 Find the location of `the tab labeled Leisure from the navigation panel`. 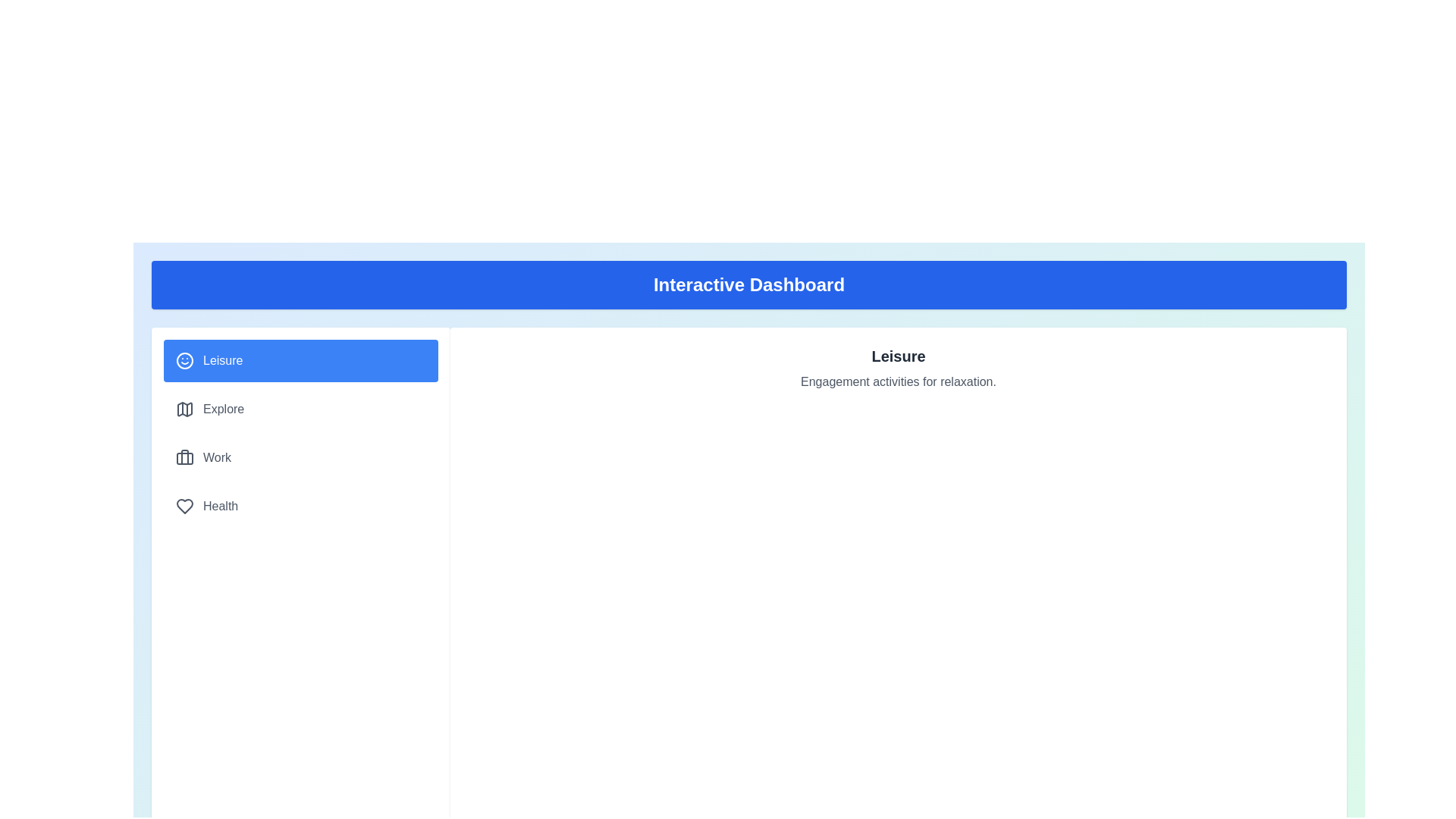

the tab labeled Leisure from the navigation panel is located at coordinates (301, 360).